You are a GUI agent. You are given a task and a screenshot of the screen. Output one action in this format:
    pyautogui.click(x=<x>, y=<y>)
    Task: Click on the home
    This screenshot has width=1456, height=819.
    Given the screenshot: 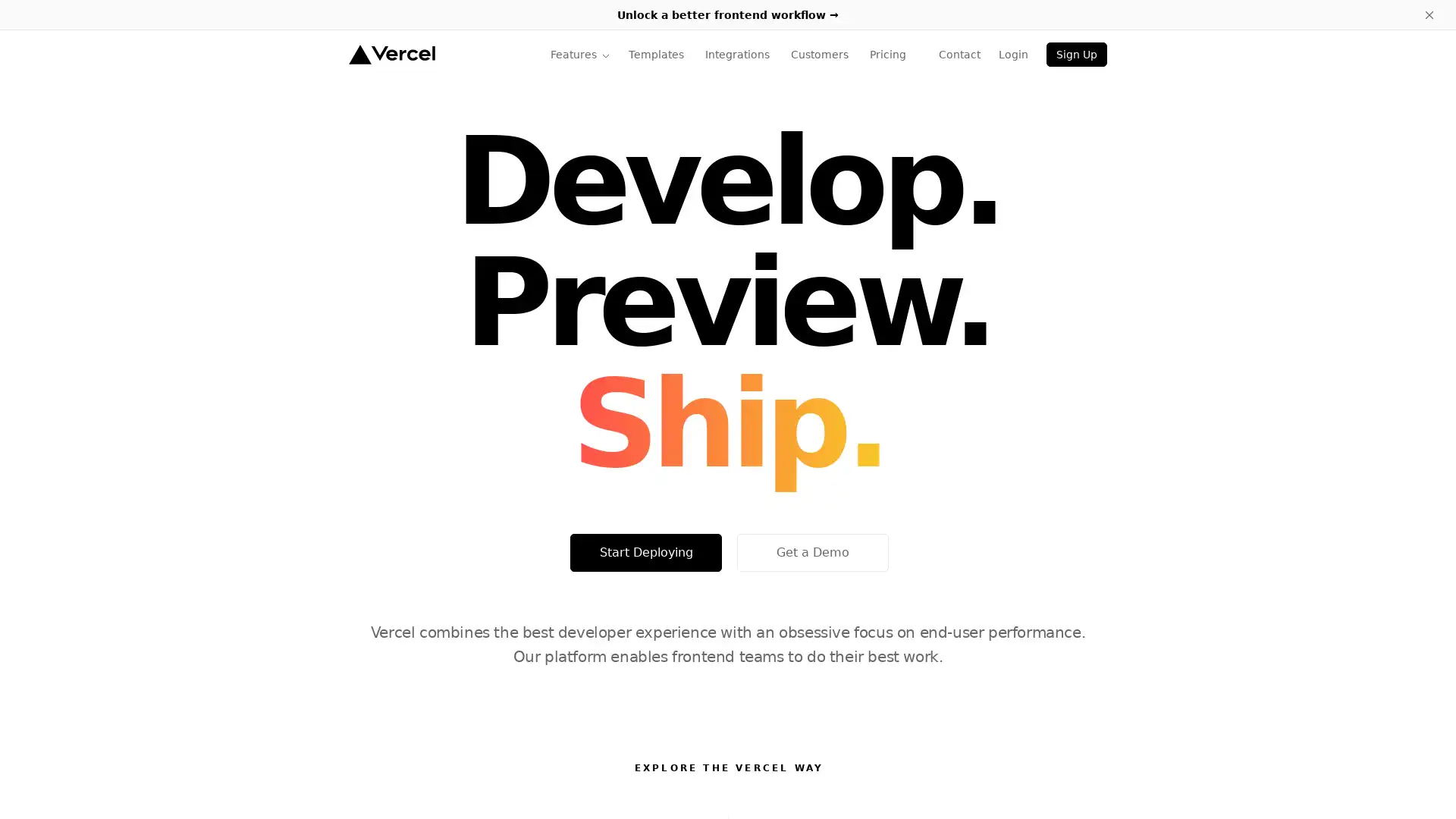 What is the action you would take?
    pyautogui.click(x=391, y=54)
    